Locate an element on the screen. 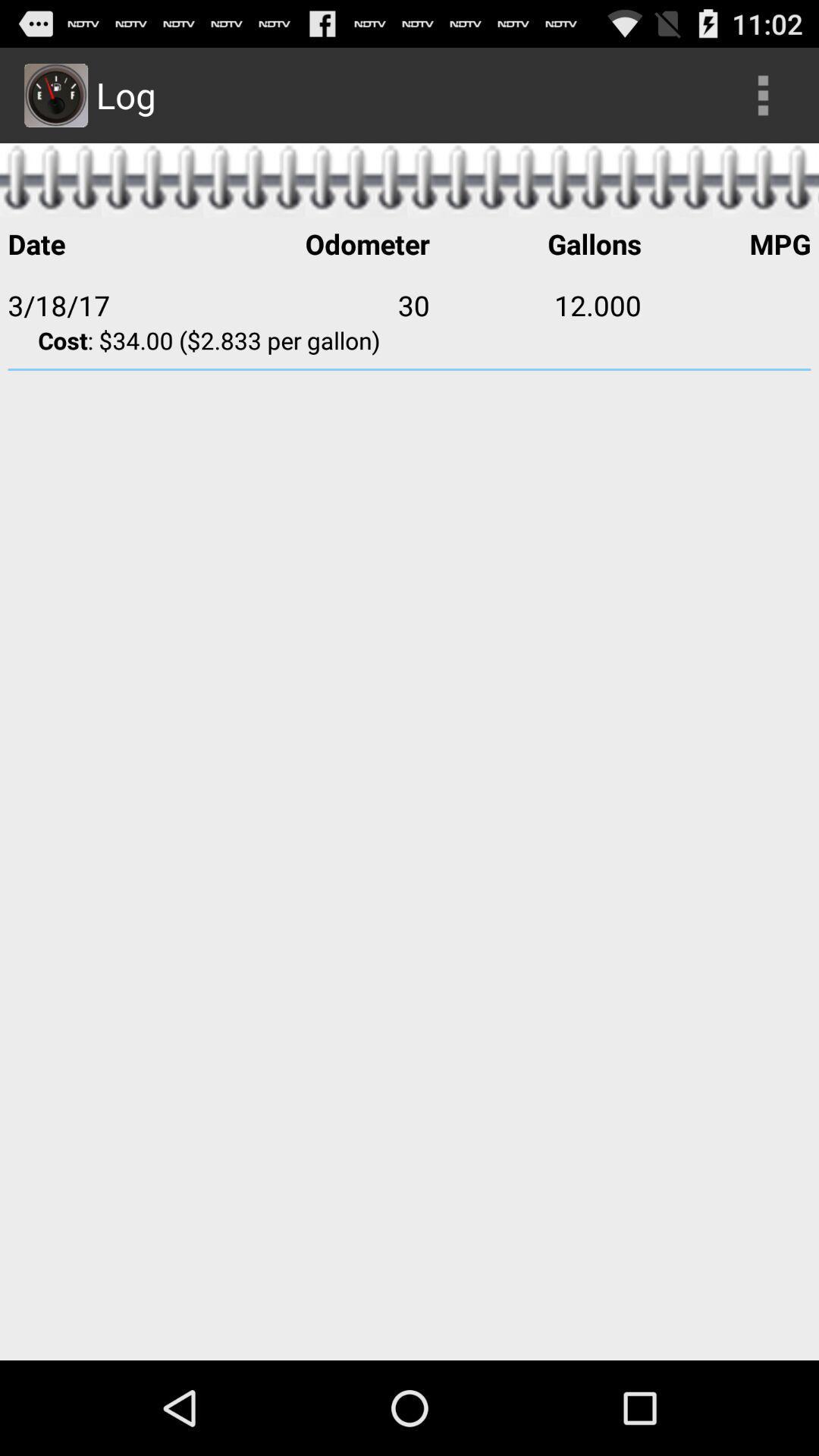 The height and width of the screenshot is (1456, 819). app below gallons app is located at coordinates (725, 304).